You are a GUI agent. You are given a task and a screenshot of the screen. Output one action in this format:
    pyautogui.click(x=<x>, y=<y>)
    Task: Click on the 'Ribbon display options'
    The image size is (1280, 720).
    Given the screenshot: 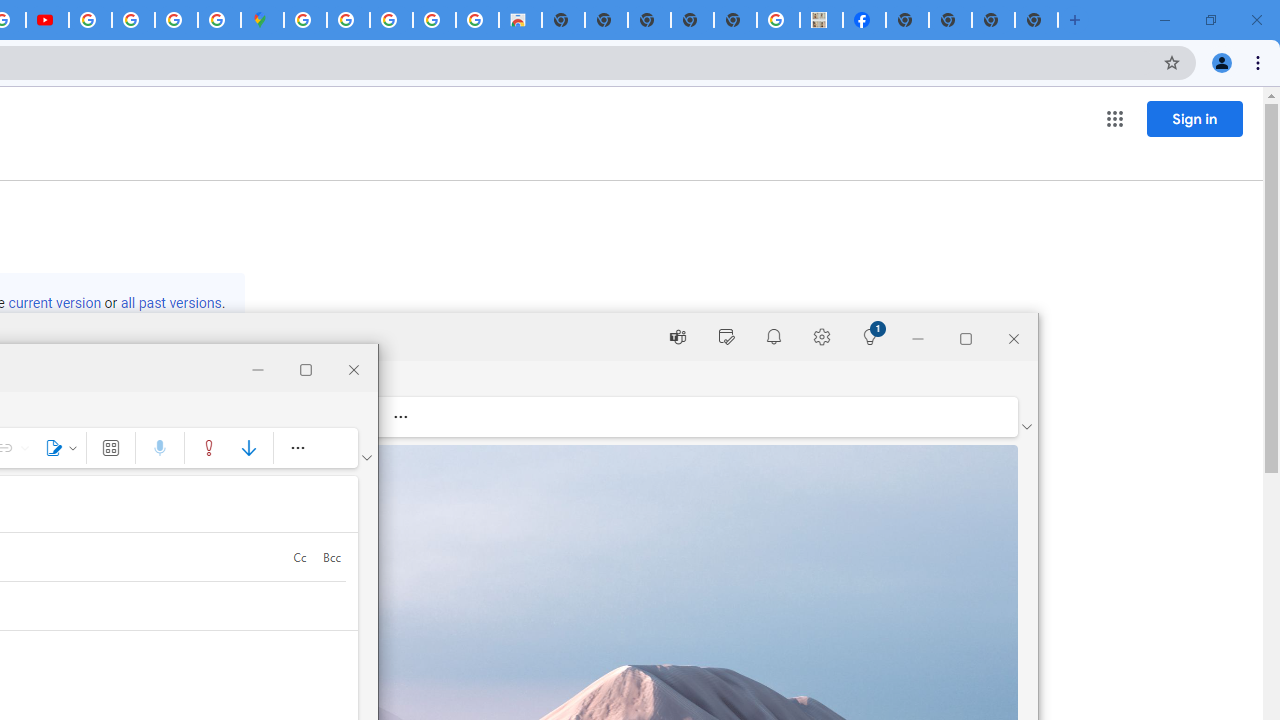 What is the action you would take?
    pyautogui.click(x=367, y=457)
    